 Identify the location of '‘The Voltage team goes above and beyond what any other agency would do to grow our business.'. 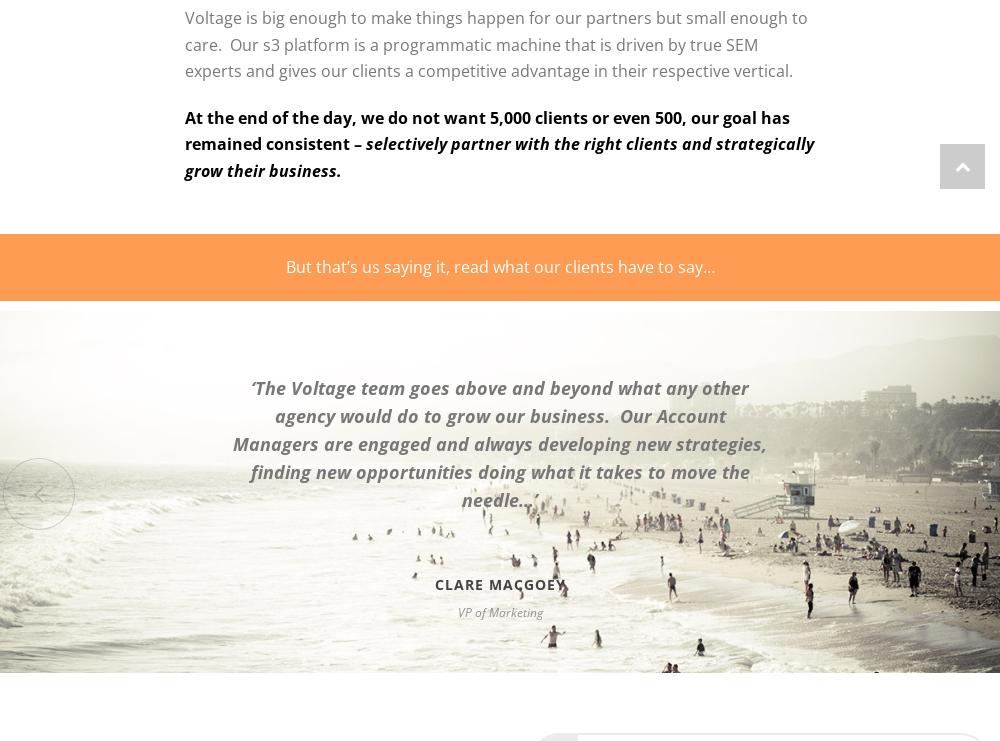
(500, 400).